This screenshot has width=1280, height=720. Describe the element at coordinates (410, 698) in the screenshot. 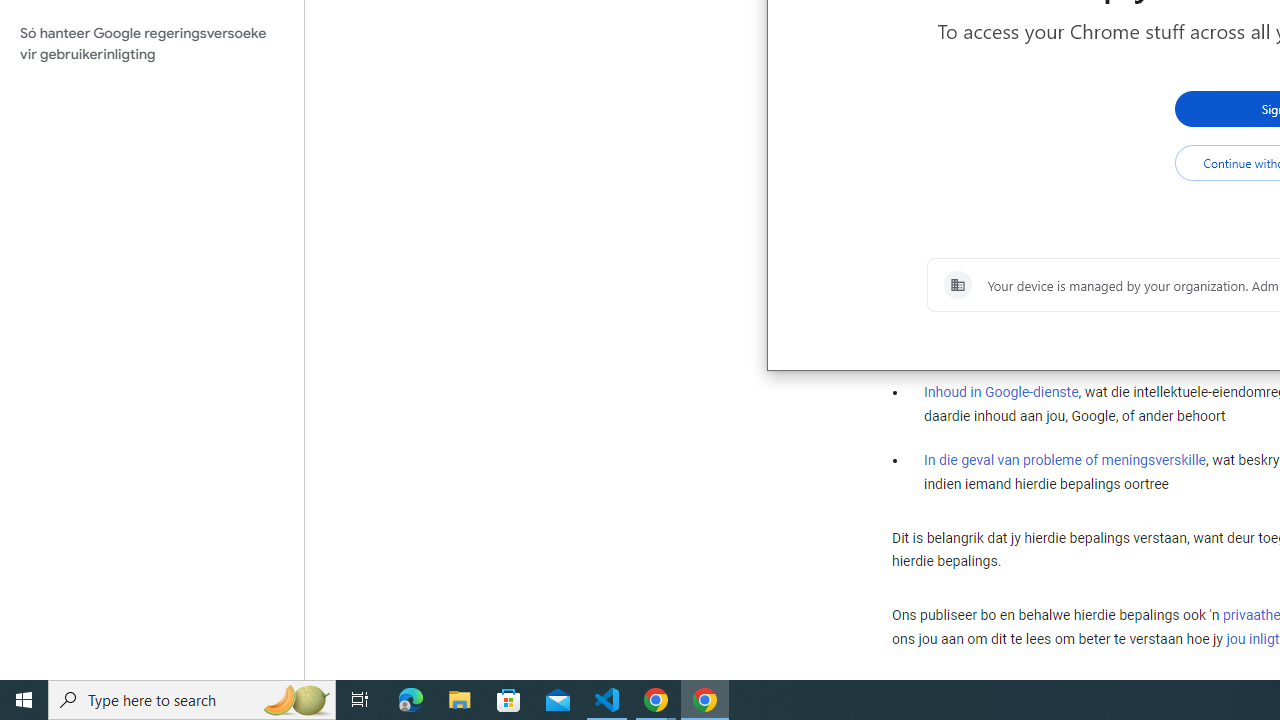

I see `'Microsoft Edge'` at that location.